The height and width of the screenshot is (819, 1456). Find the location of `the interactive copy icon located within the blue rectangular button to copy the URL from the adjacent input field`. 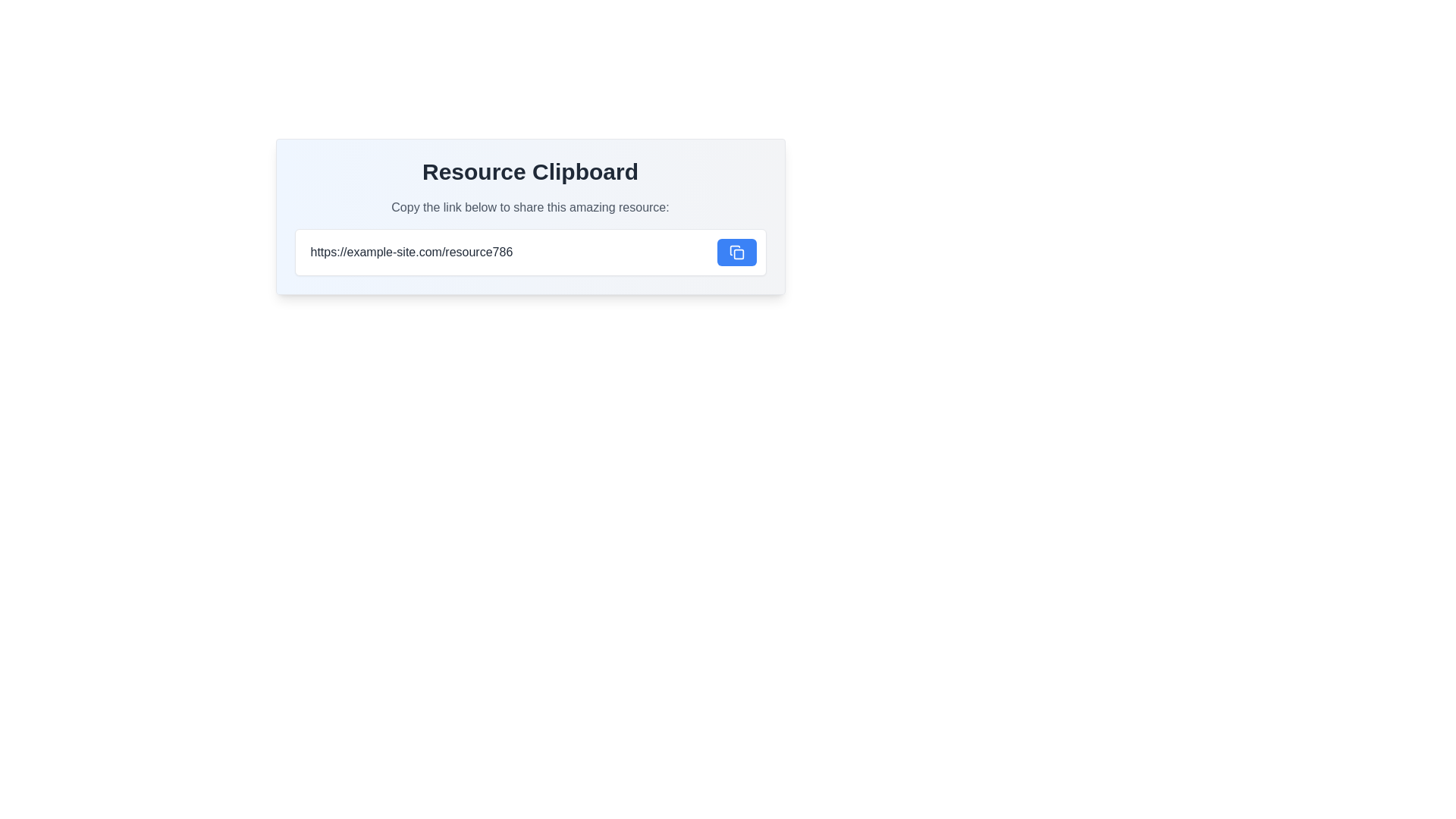

the interactive copy icon located within the blue rectangular button to copy the URL from the adjacent input field is located at coordinates (736, 251).